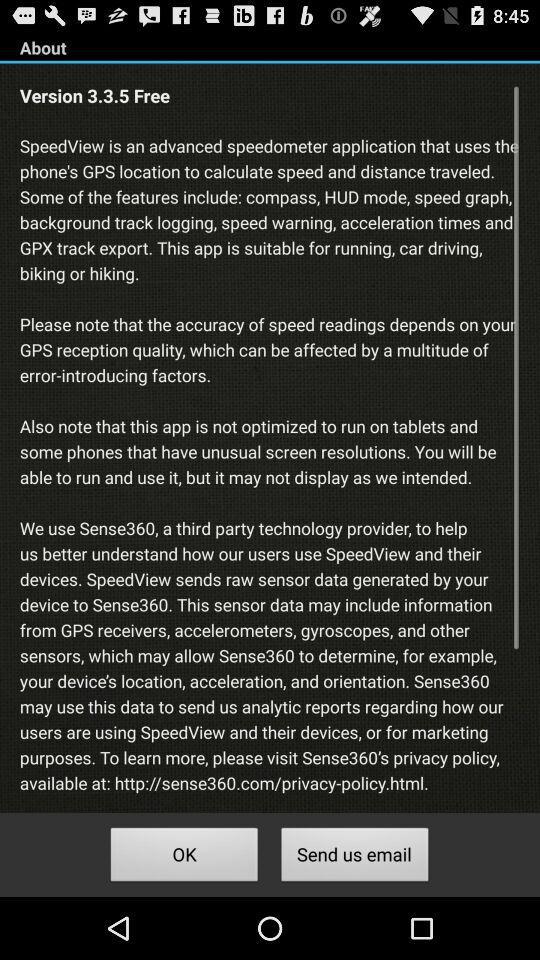 The height and width of the screenshot is (960, 540). What do you see at coordinates (354, 856) in the screenshot?
I see `icon to the right of ok` at bounding box center [354, 856].